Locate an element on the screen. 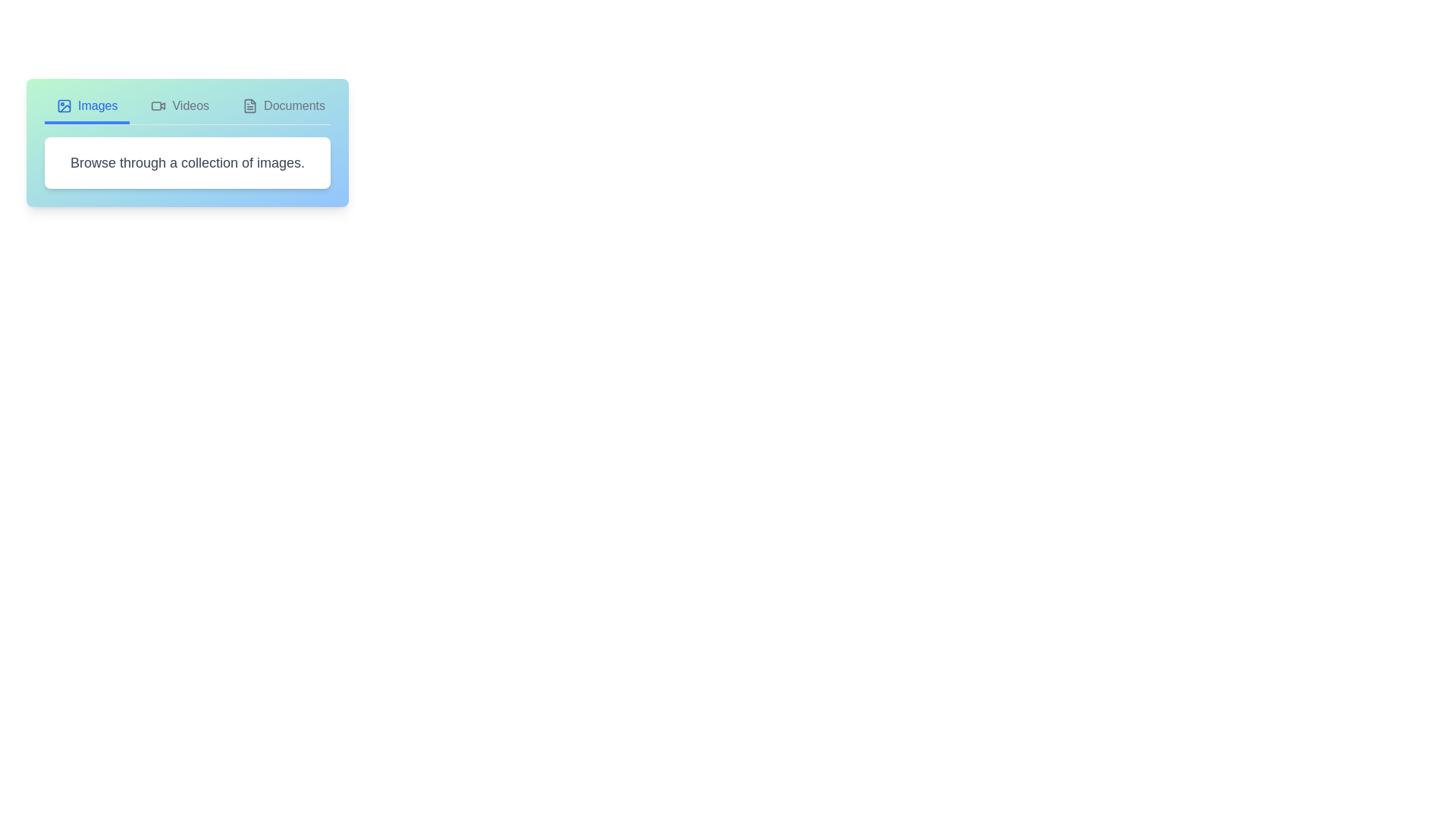  the tab labeled Images is located at coordinates (86, 110).